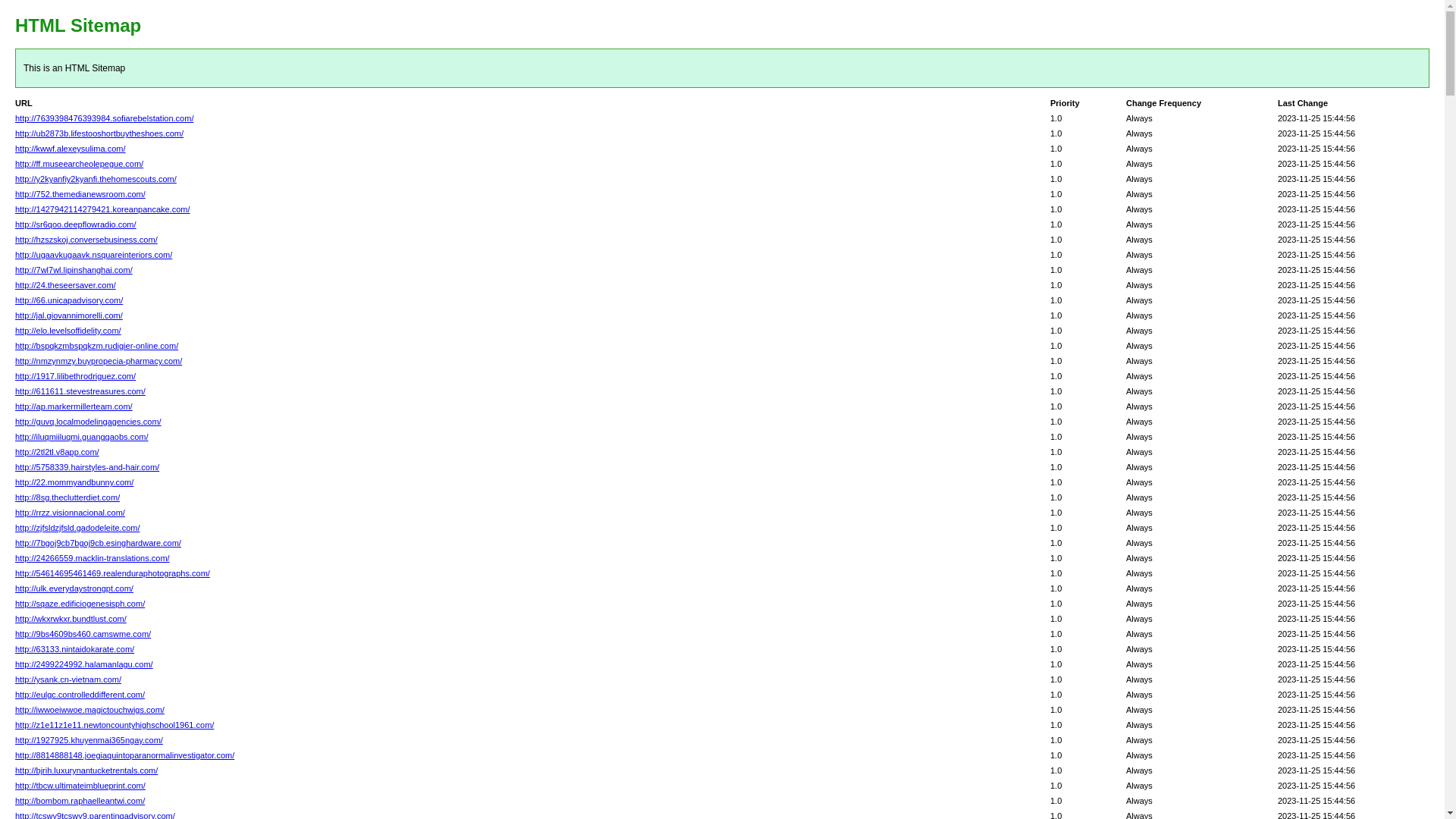 Image resolution: width=1456 pixels, height=819 pixels. I want to click on 'http://8sg.theclutterdiet.com/', so click(67, 497).